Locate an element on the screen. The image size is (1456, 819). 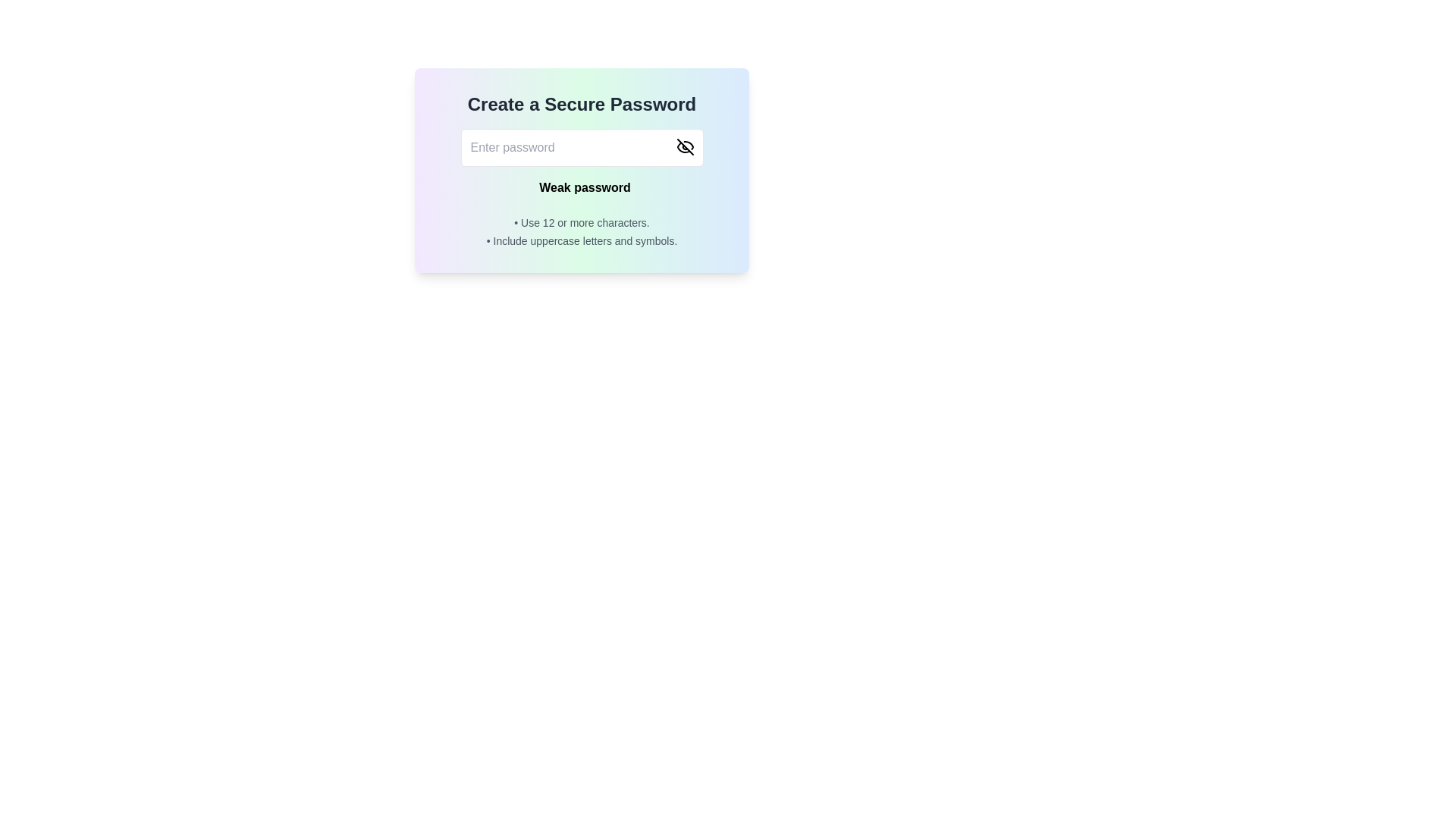
the text label indicating that the current password entered is weak, located directly below the password input field and aligned to the left is located at coordinates (584, 187).